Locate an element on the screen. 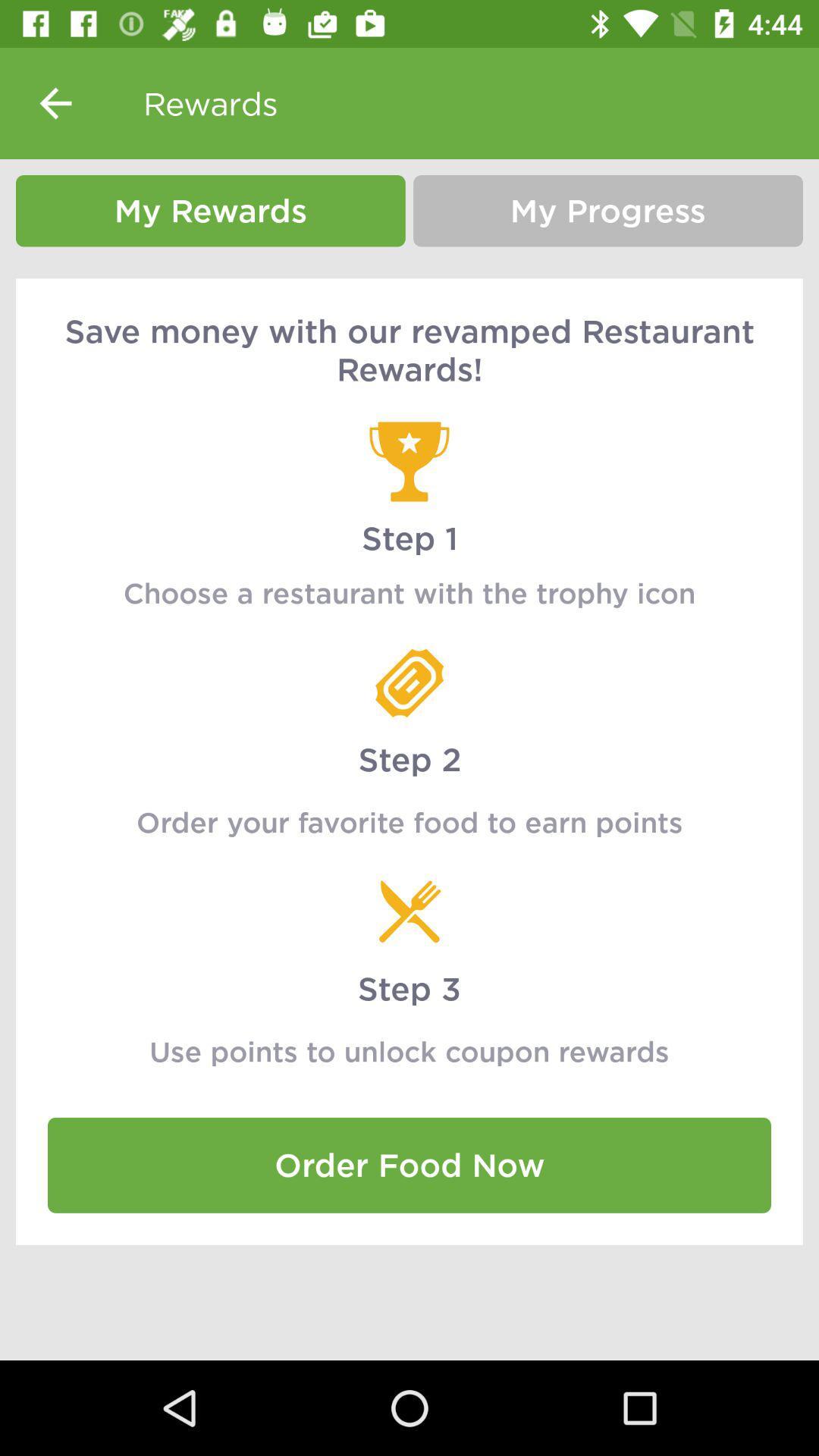 The height and width of the screenshot is (1456, 819). my progress at the top right corner is located at coordinates (607, 210).